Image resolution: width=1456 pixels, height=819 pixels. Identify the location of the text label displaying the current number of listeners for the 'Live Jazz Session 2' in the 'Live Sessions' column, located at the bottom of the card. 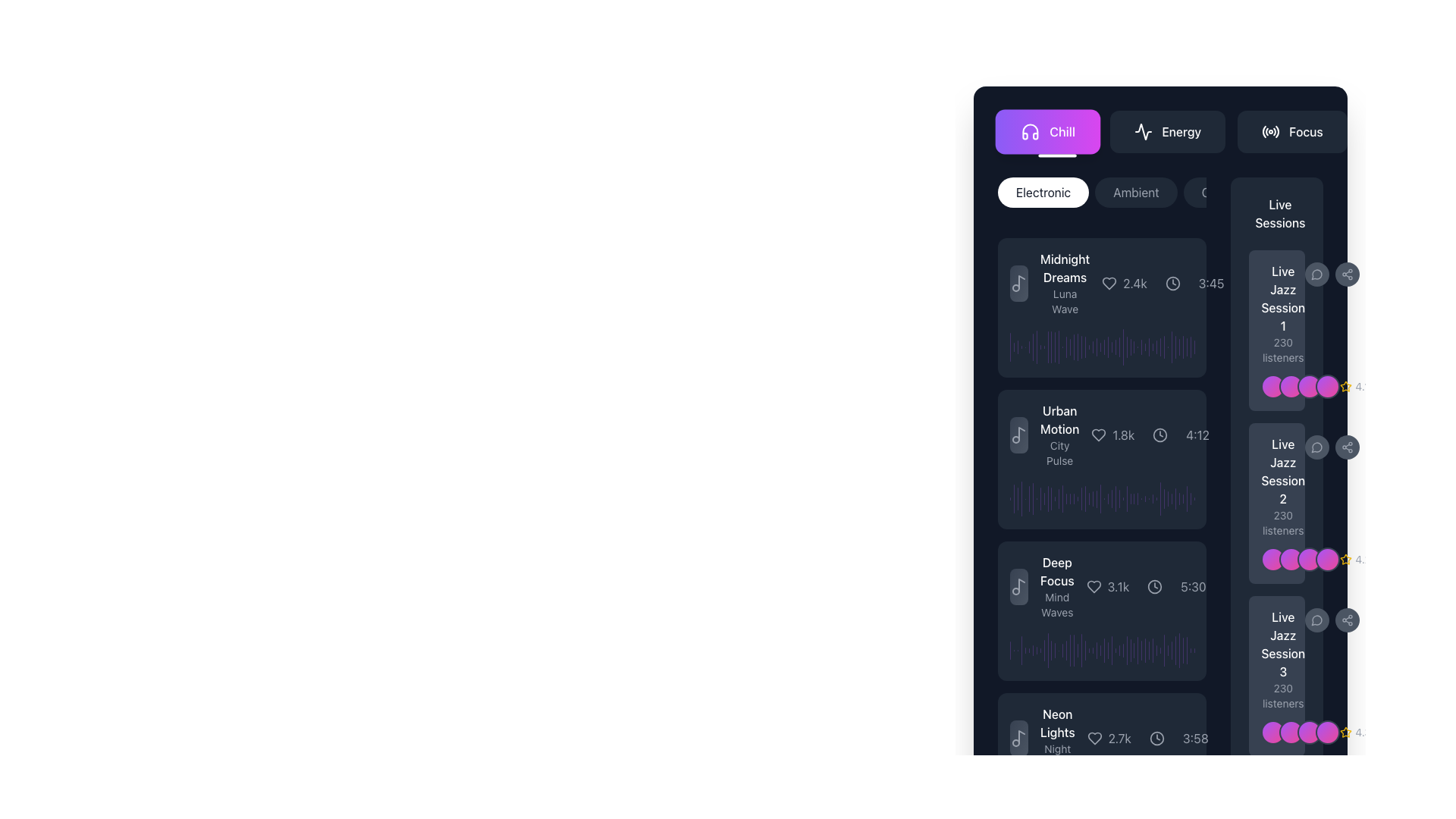
(1282, 522).